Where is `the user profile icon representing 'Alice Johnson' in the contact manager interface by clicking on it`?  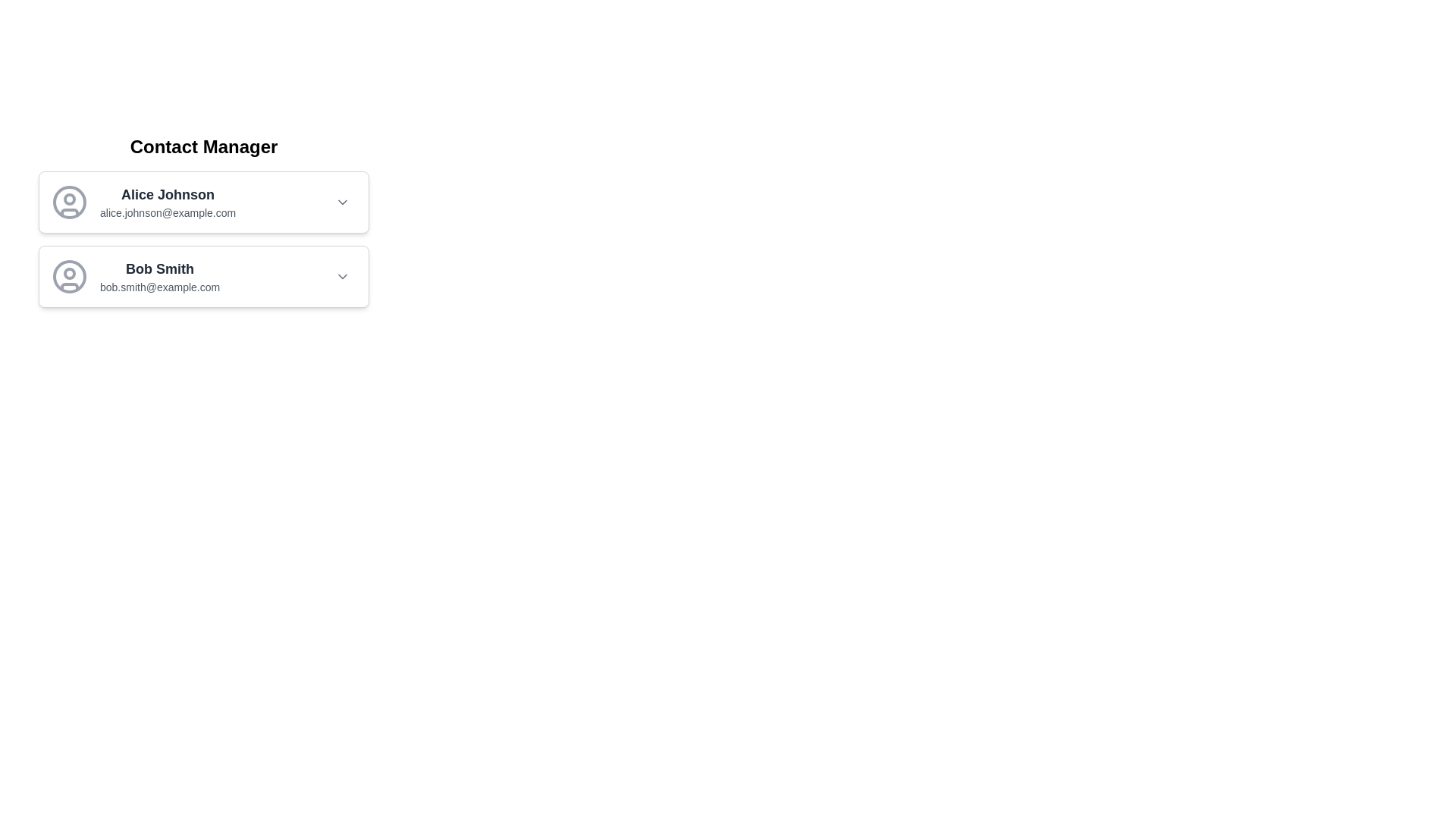
the user profile icon representing 'Alice Johnson' in the contact manager interface by clicking on it is located at coordinates (68, 201).